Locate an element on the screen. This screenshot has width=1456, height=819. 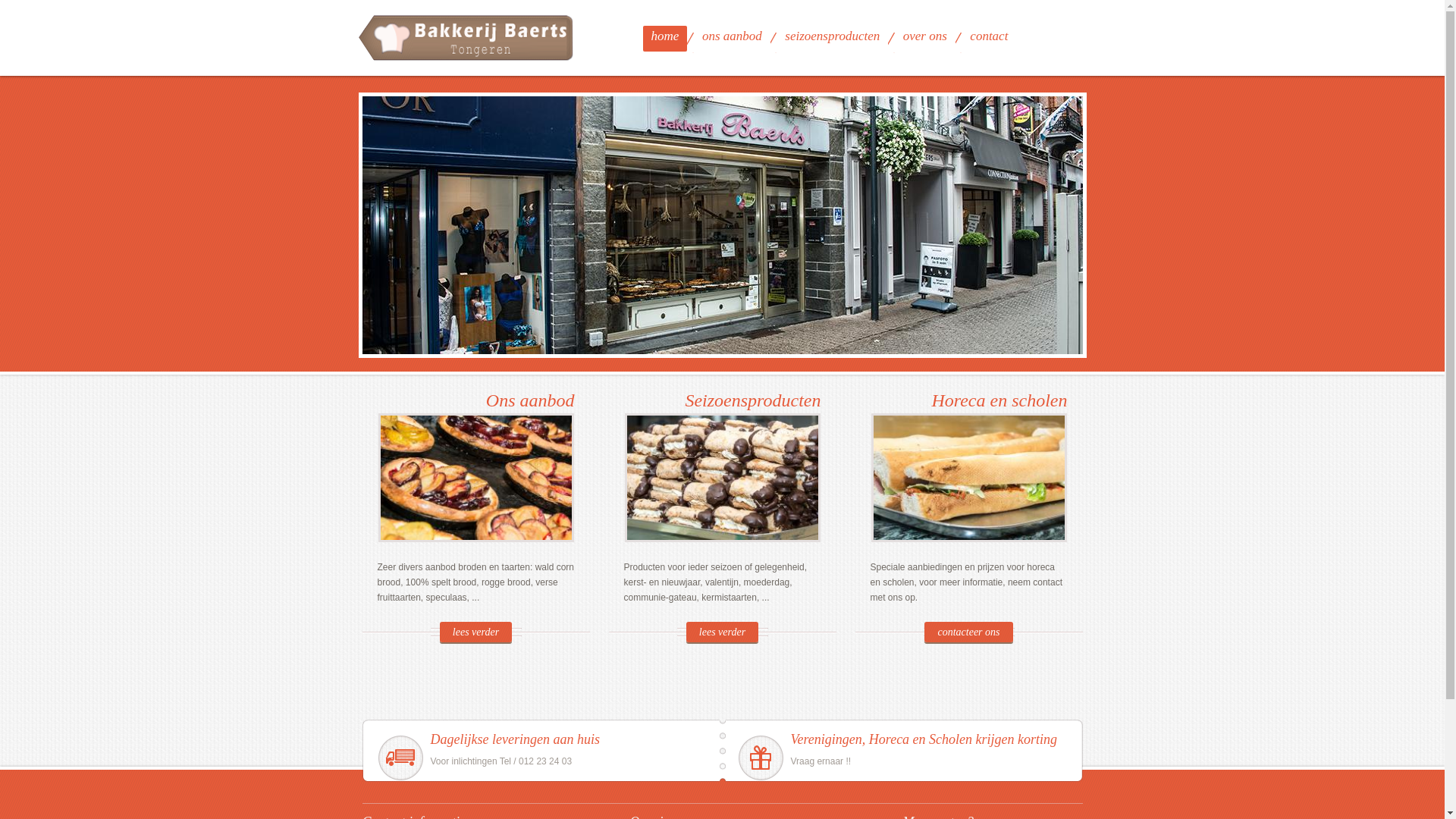
'contact' is located at coordinates (989, 37).